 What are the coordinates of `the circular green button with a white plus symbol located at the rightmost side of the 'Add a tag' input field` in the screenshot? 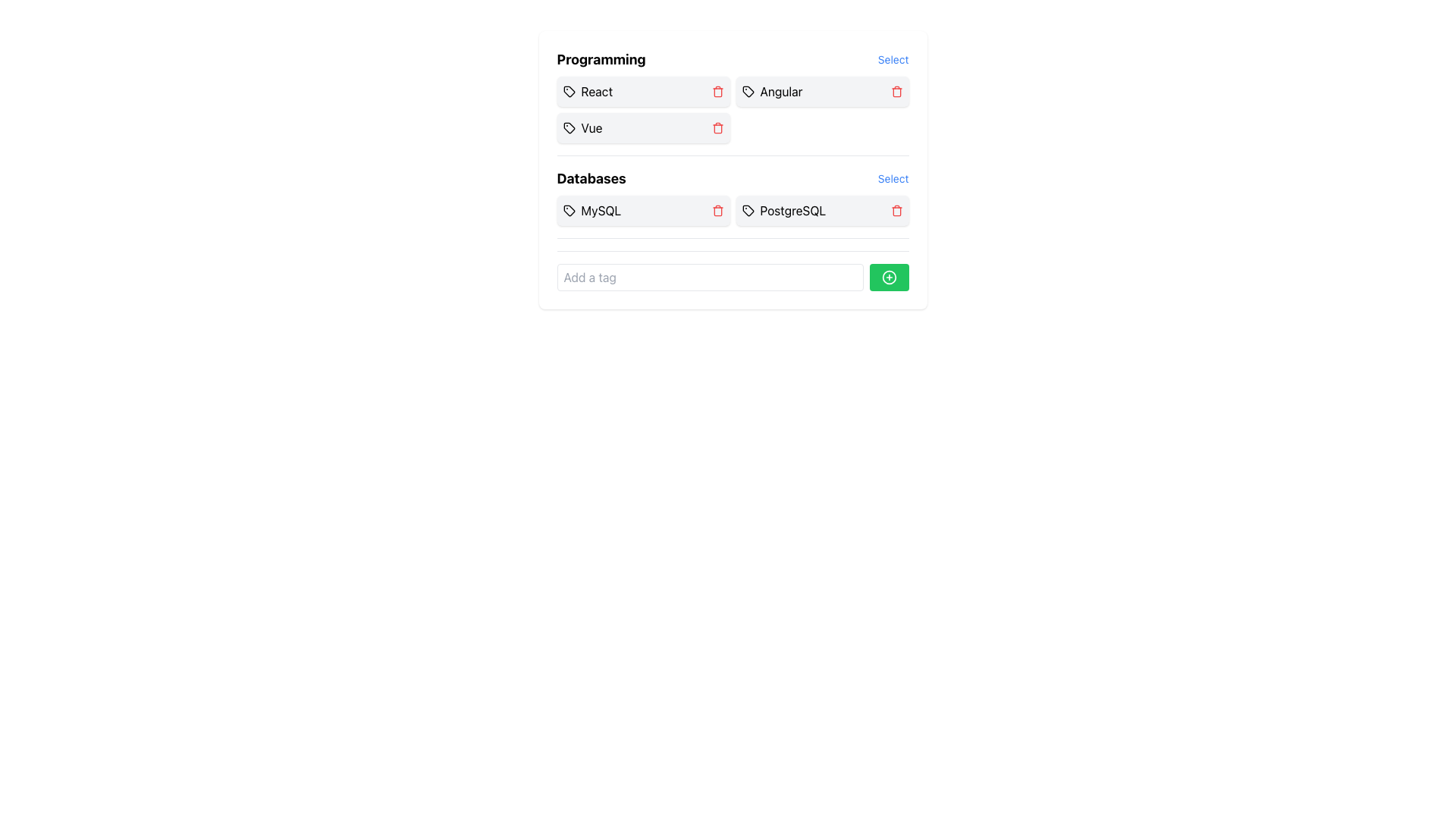 It's located at (889, 278).